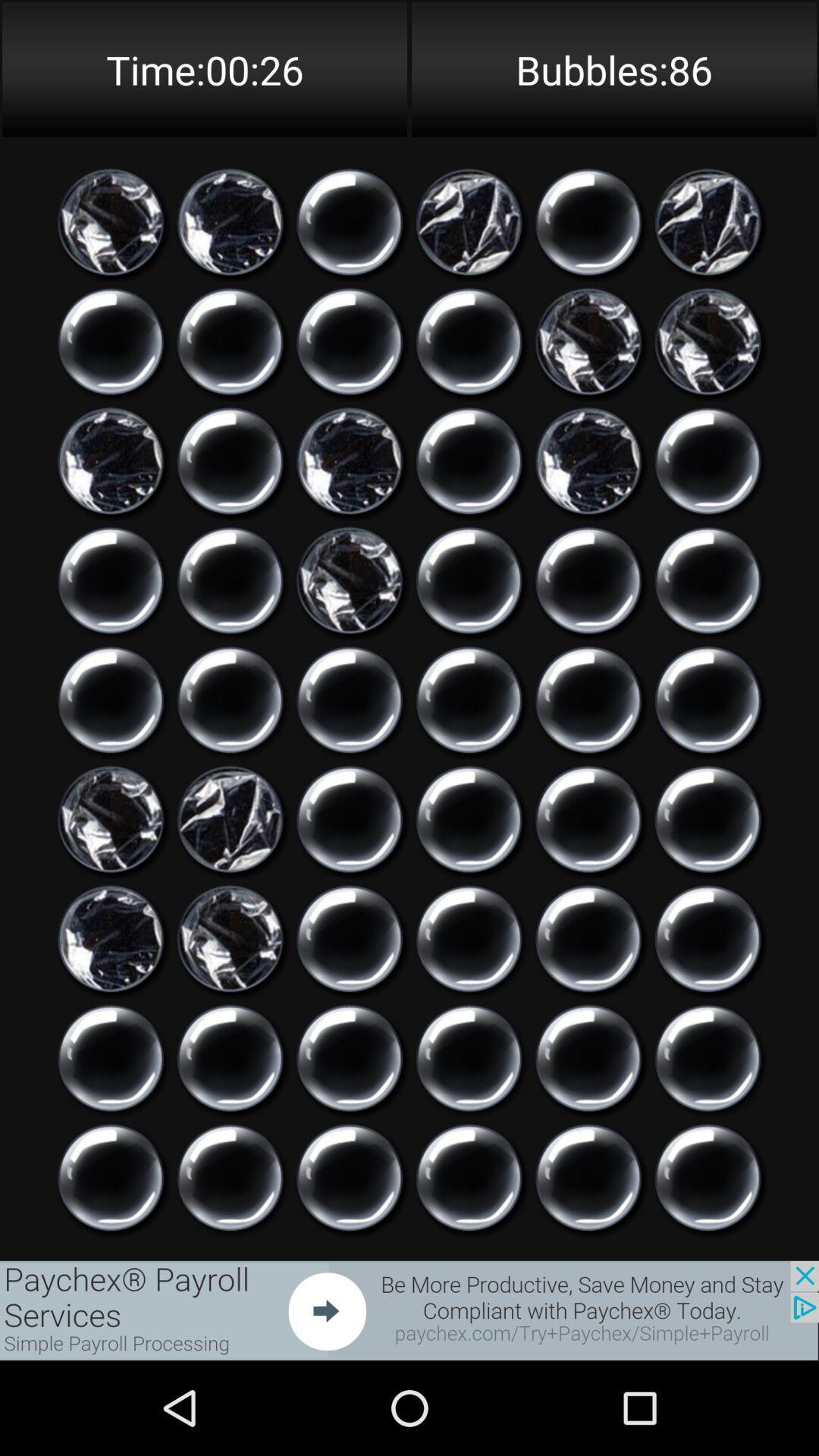 The height and width of the screenshot is (1456, 819). I want to click on choose a bubble, so click(350, 938).